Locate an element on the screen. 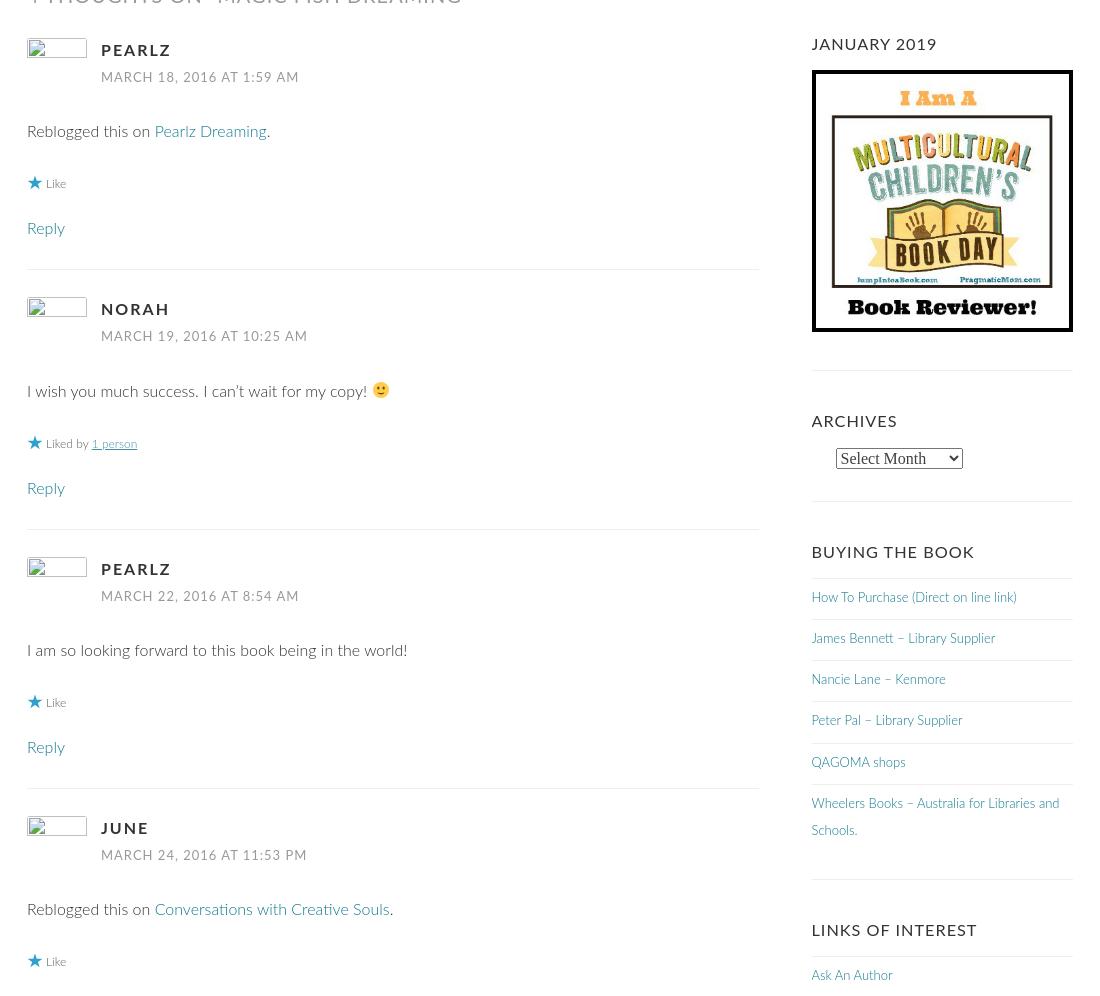 This screenshot has width=1100, height=996. 'March 18, 2016 at 1:59 am' is located at coordinates (100, 77).